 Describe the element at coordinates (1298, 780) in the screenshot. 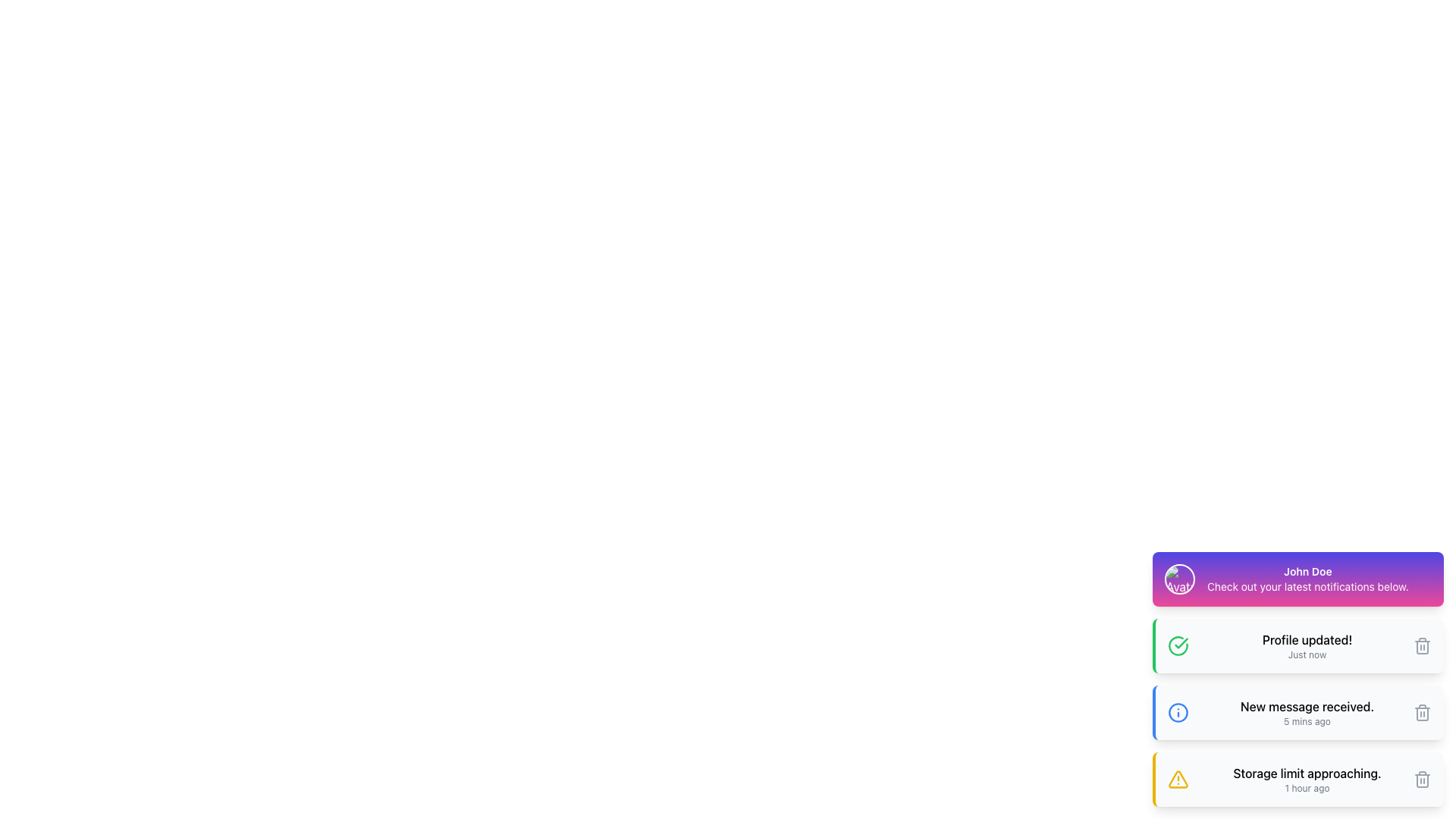

I see `the third notification card that informs the user about the approaching storage limit, located at the bottom-right corner of the interface` at that location.